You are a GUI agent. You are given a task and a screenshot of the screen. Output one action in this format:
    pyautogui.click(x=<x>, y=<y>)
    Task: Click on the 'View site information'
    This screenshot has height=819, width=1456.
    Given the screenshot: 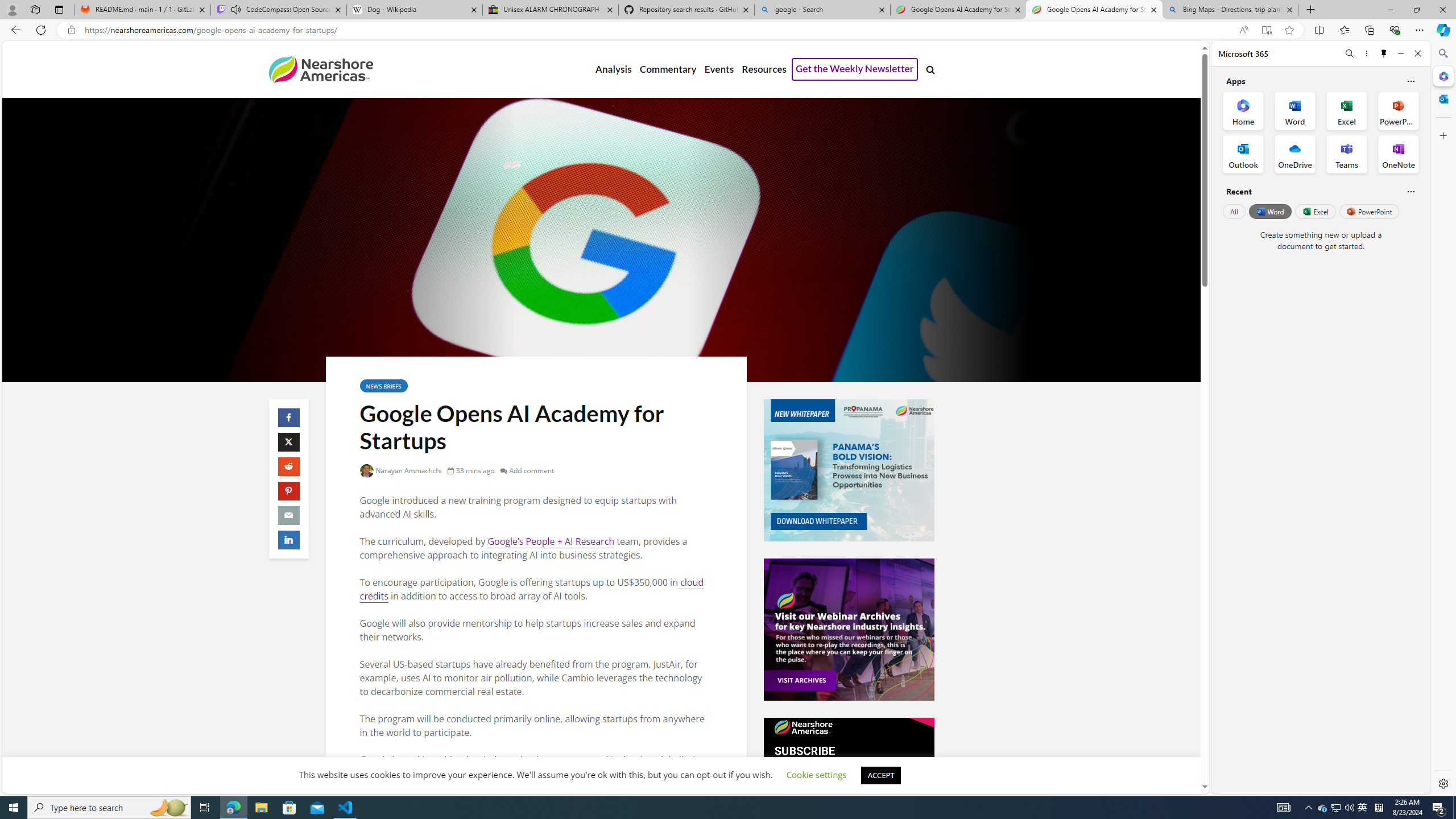 What is the action you would take?
    pyautogui.click(x=71, y=30)
    